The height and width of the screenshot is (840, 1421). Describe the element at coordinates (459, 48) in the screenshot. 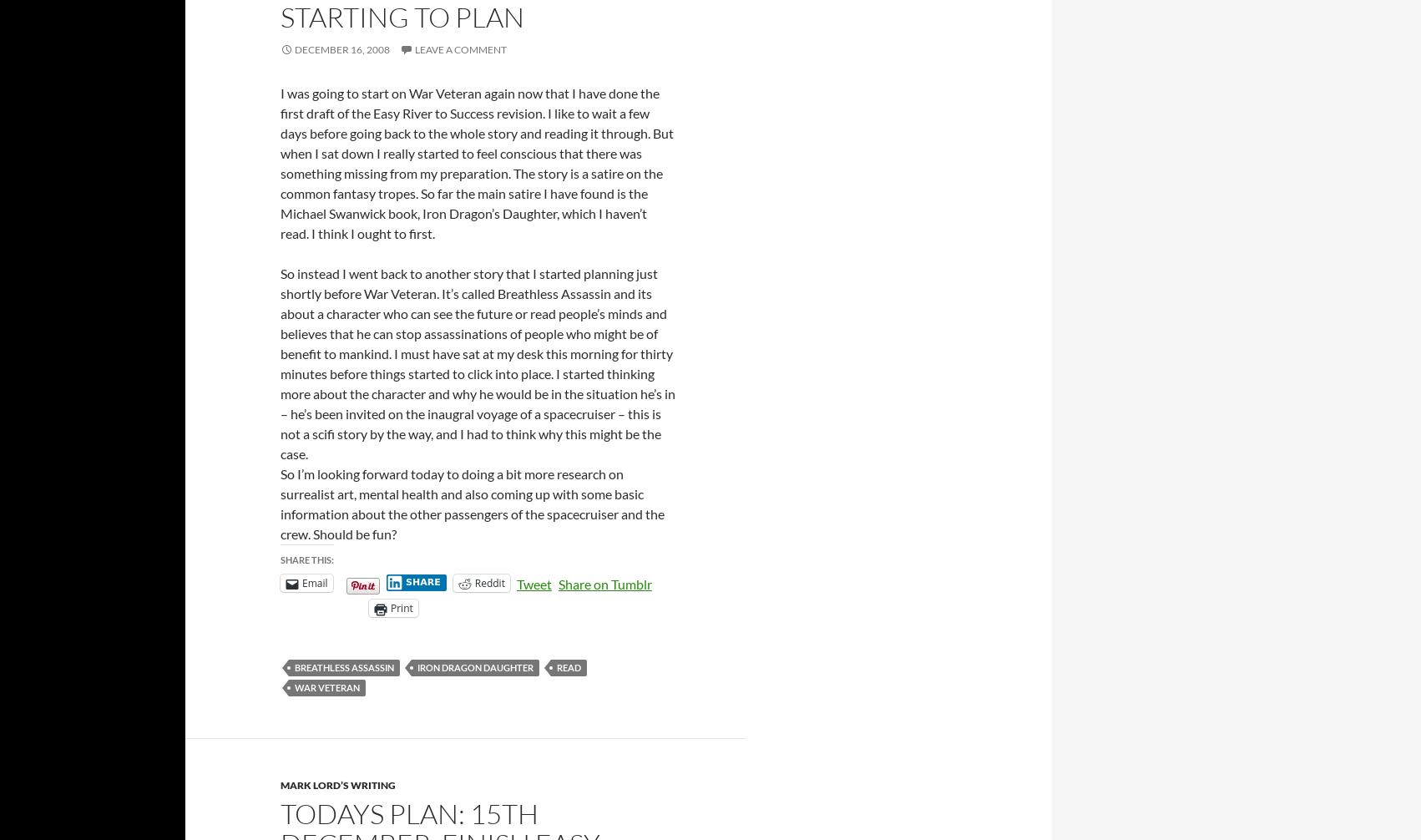

I see `'Leave a comment'` at that location.